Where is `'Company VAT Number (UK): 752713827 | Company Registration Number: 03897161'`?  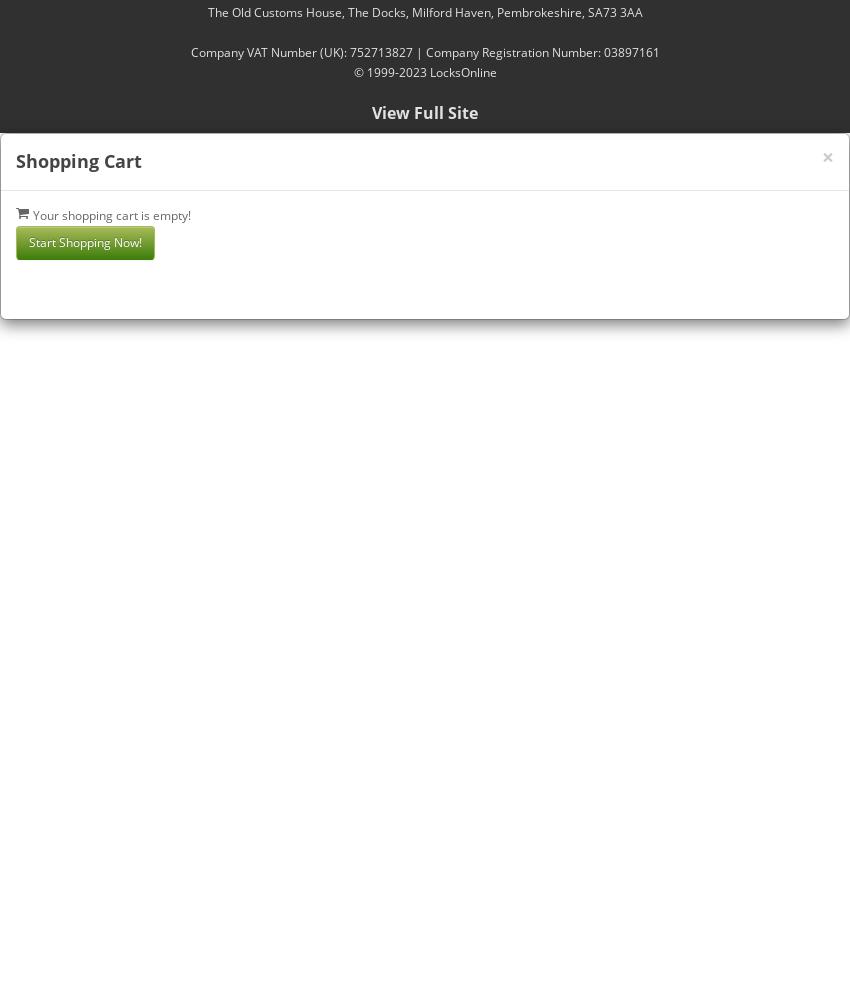 'Company VAT Number (UK): 752713827 | Company Registration Number: 03897161' is located at coordinates (424, 52).